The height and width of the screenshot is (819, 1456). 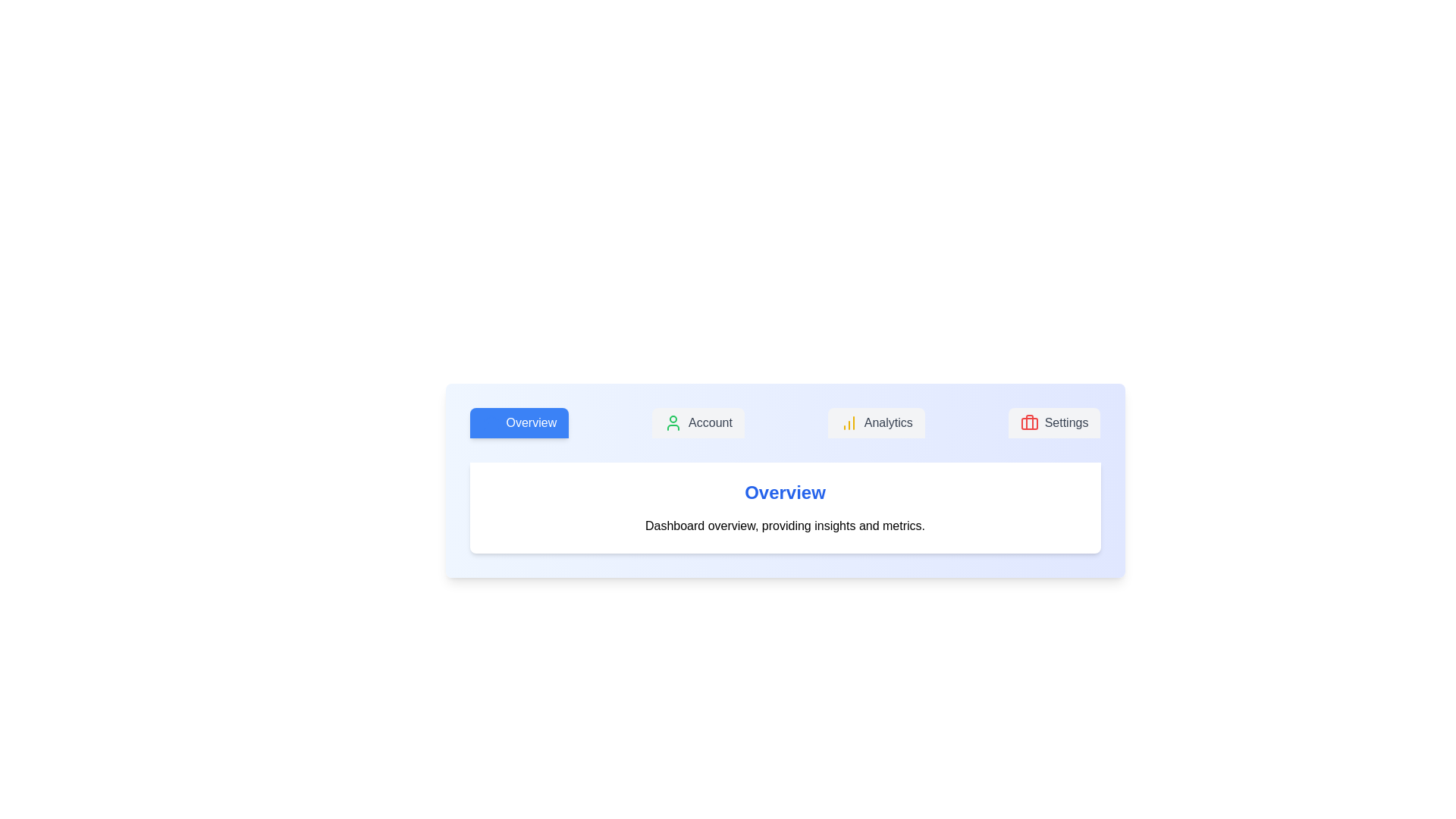 What do you see at coordinates (698, 423) in the screenshot?
I see `the tab labeled Account to observe its hover effect` at bounding box center [698, 423].